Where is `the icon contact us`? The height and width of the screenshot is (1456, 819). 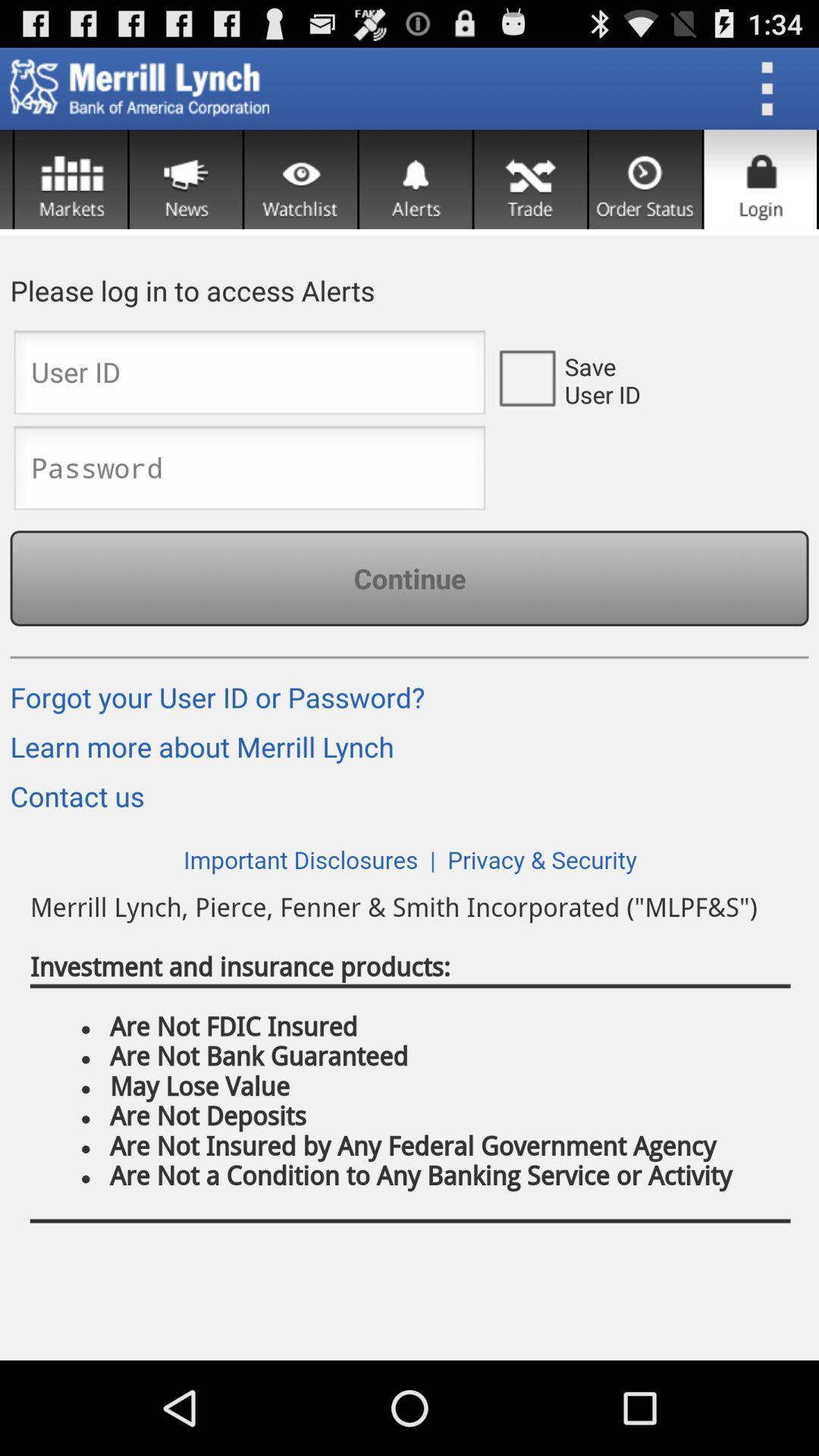
the icon contact us is located at coordinates (82, 801).